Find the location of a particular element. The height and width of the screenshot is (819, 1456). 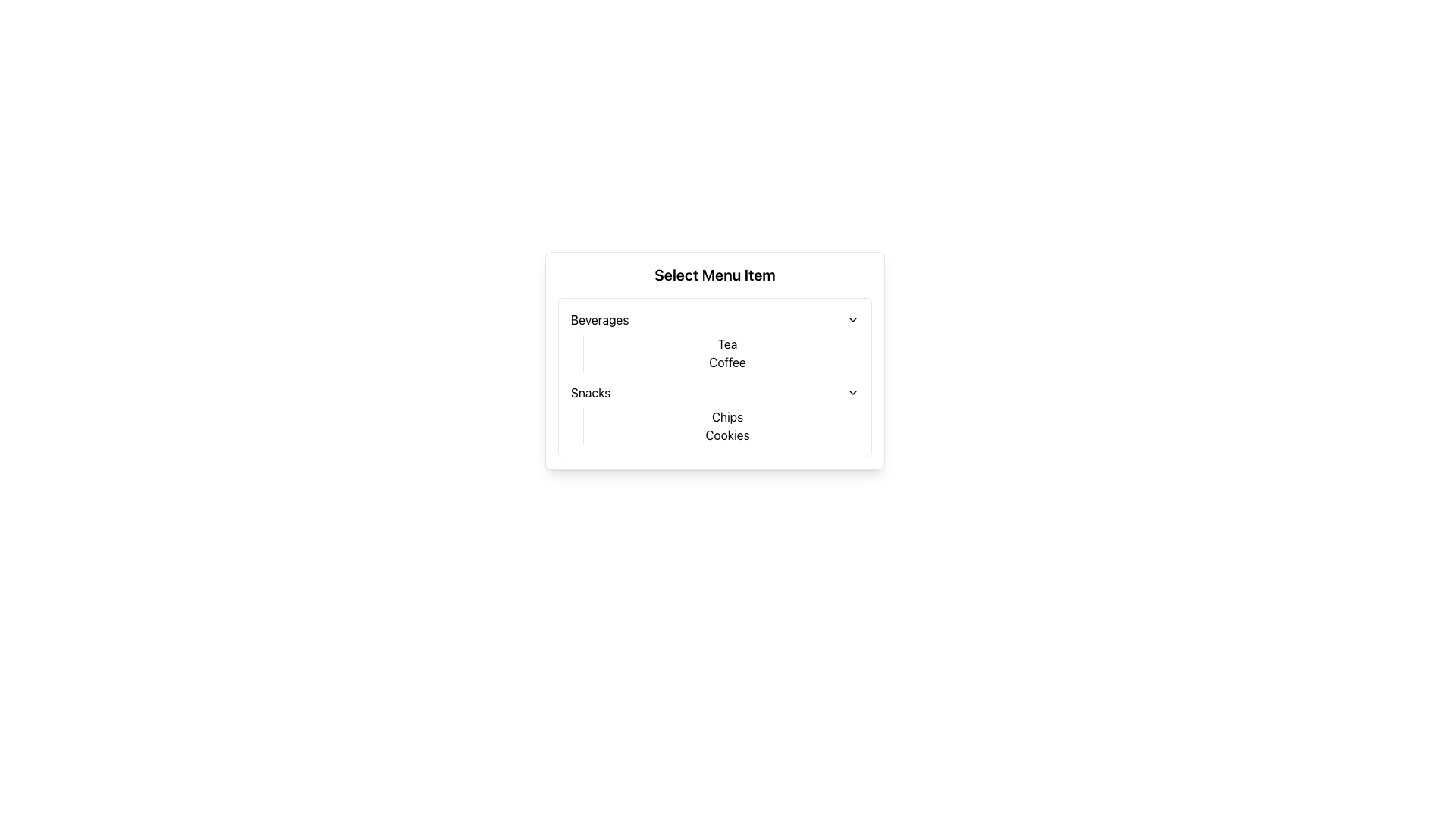

the text label containing the word 'Snacks' is located at coordinates (590, 391).